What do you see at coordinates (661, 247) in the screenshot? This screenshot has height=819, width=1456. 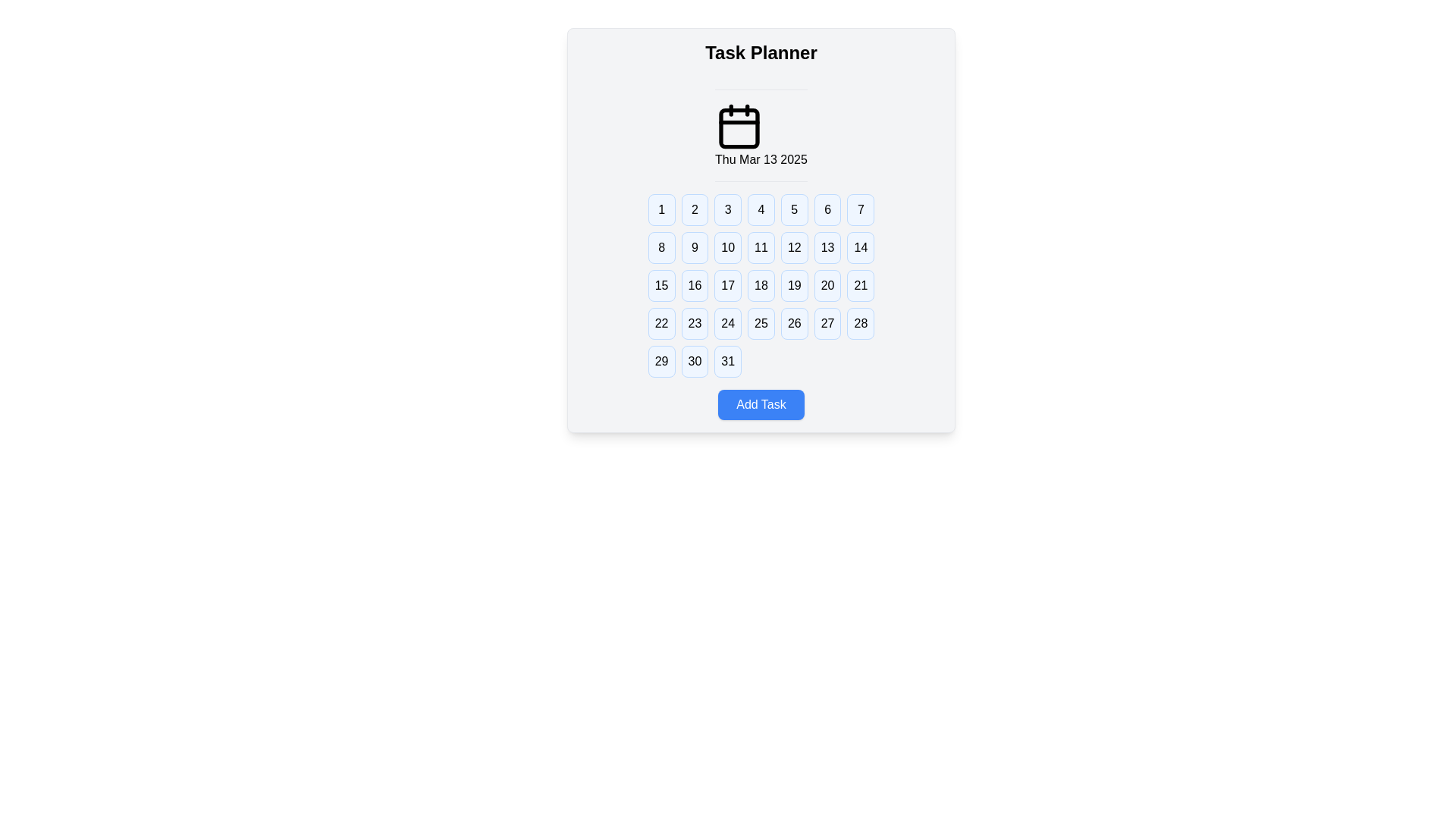 I see `the button representing the date '8' in the calendar interface` at bounding box center [661, 247].